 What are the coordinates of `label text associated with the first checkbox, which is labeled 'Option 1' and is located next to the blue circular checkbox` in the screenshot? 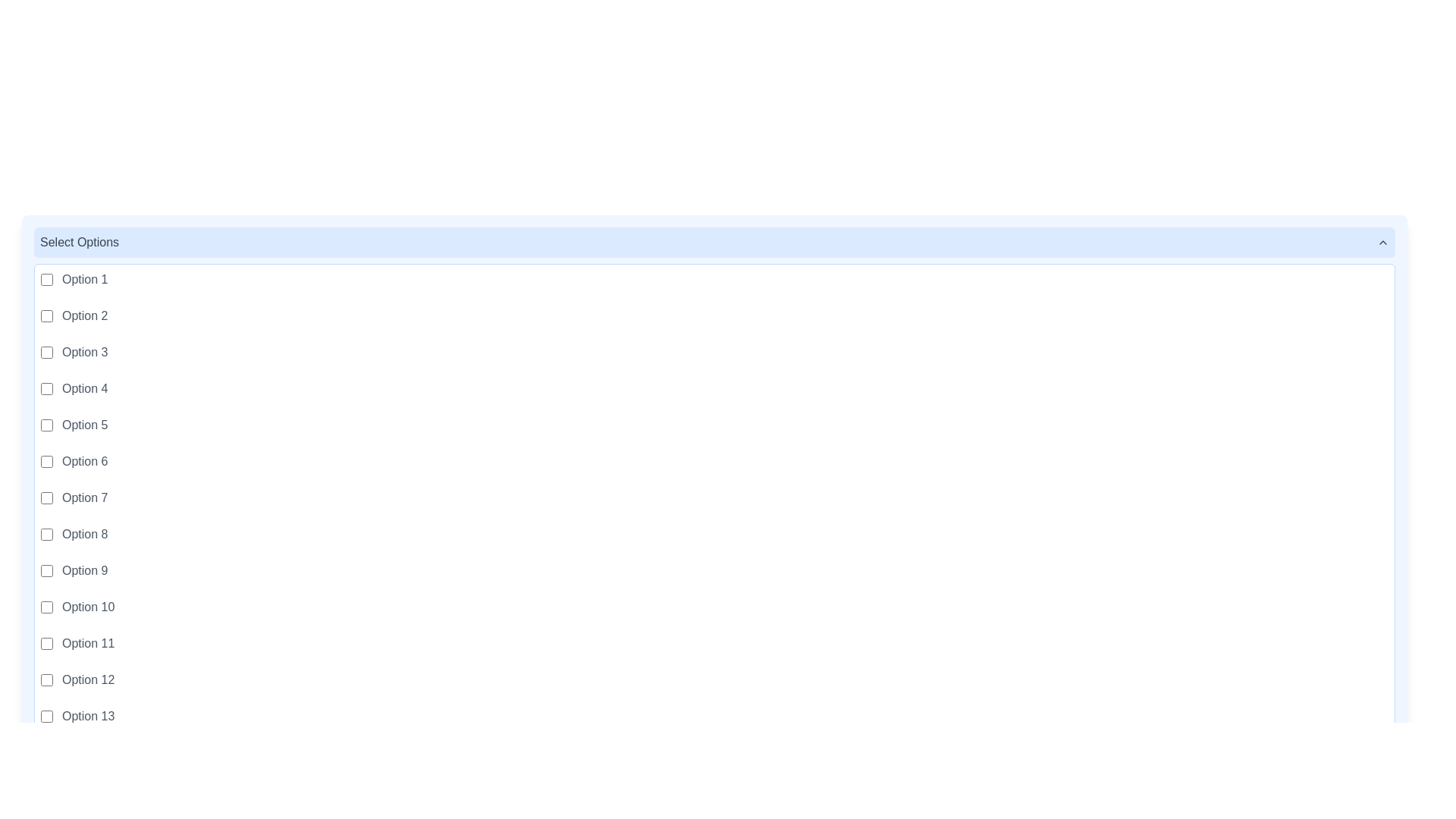 It's located at (47, 280).